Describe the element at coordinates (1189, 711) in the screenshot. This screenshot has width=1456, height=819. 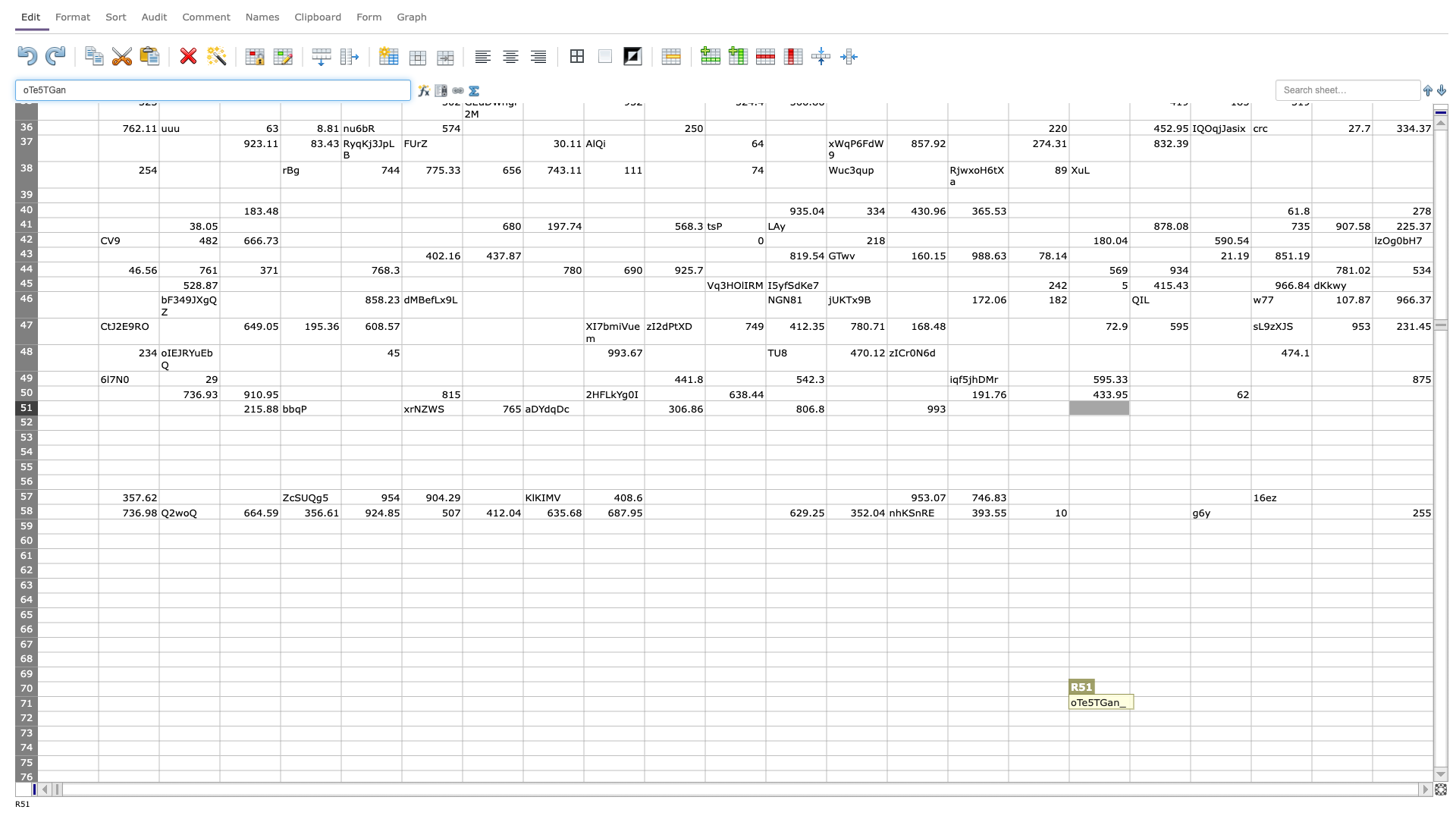
I see `Fill handle of cell S-71` at that location.